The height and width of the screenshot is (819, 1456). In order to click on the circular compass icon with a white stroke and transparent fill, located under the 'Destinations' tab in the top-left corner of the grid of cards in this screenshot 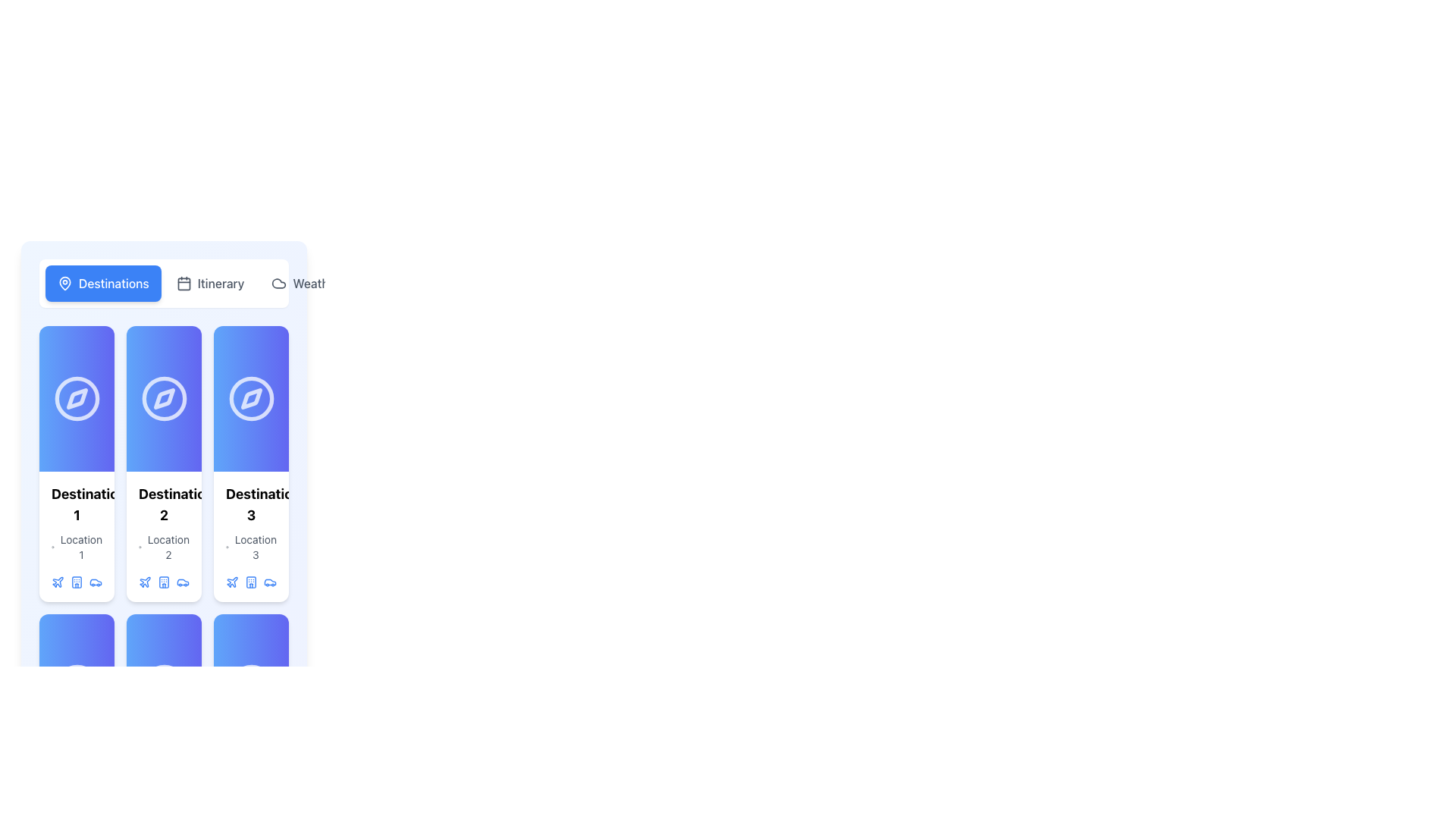, I will do `click(76, 397)`.